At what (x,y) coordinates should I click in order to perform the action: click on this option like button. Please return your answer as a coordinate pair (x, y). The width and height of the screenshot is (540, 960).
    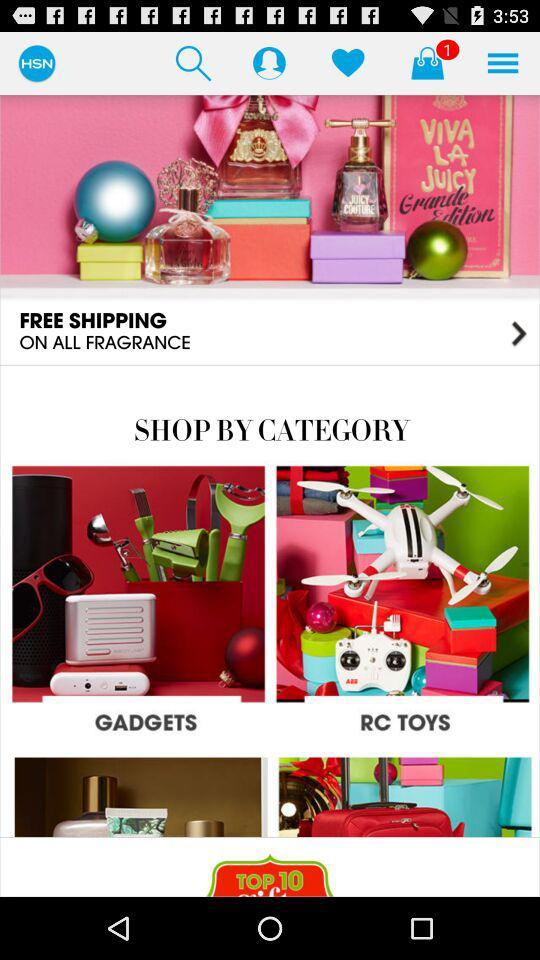
    Looking at the image, I should click on (347, 62).